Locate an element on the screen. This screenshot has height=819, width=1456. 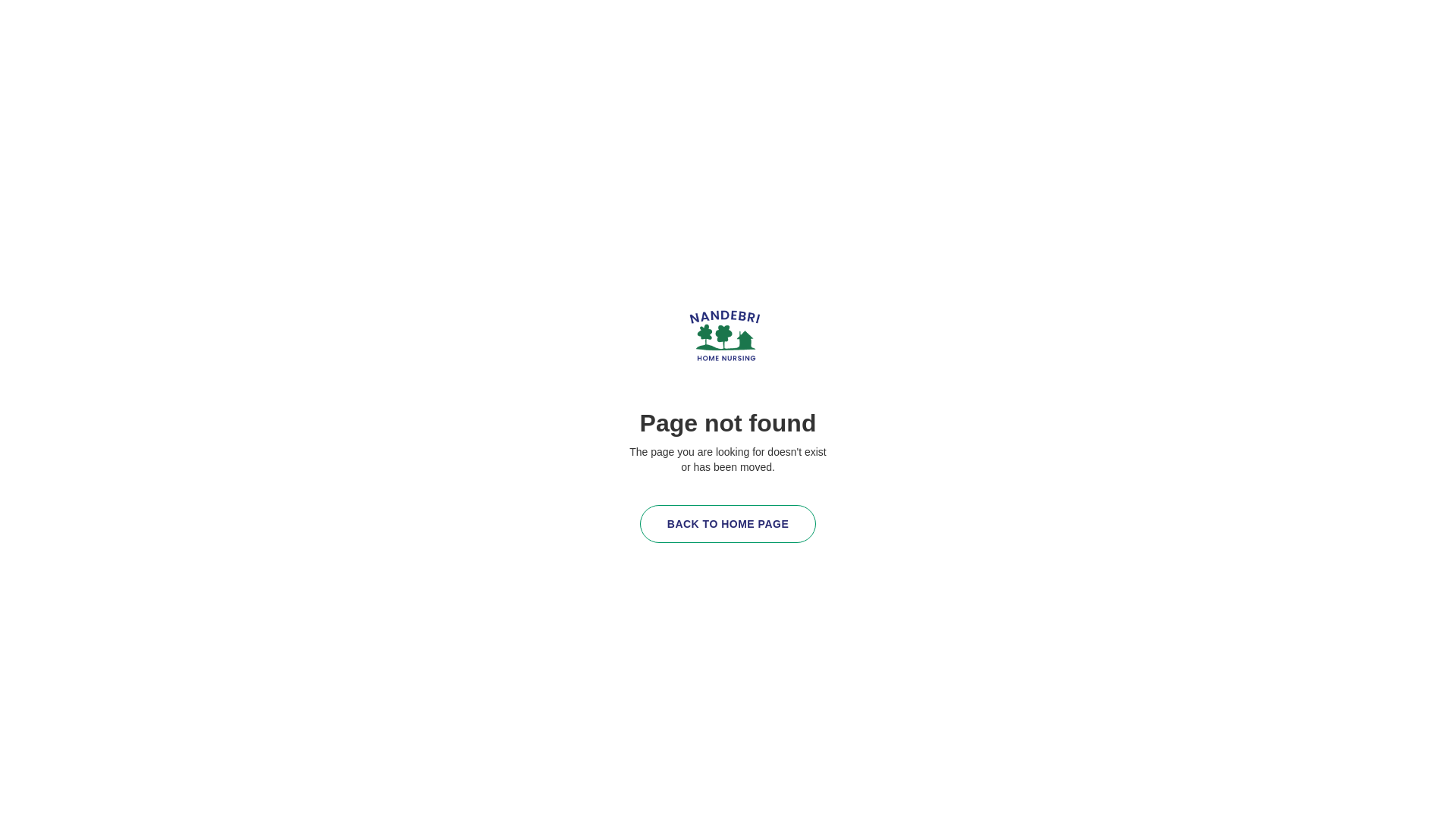
'BACK TO HOME PAGE' is located at coordinates (640, 522).